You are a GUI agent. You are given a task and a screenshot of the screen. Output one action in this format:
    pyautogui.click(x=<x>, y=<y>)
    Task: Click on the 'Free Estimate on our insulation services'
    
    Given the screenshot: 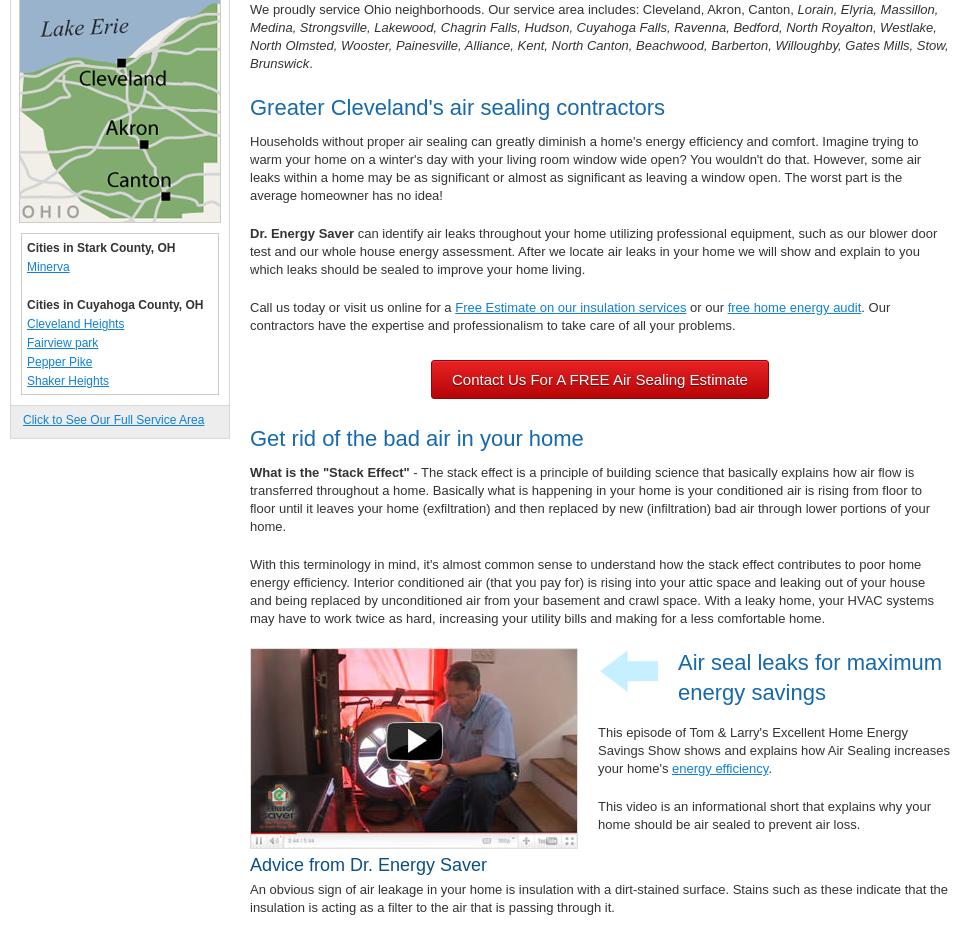 What is the action you would take?
    pyautogui.click(x=570, y=306)
    